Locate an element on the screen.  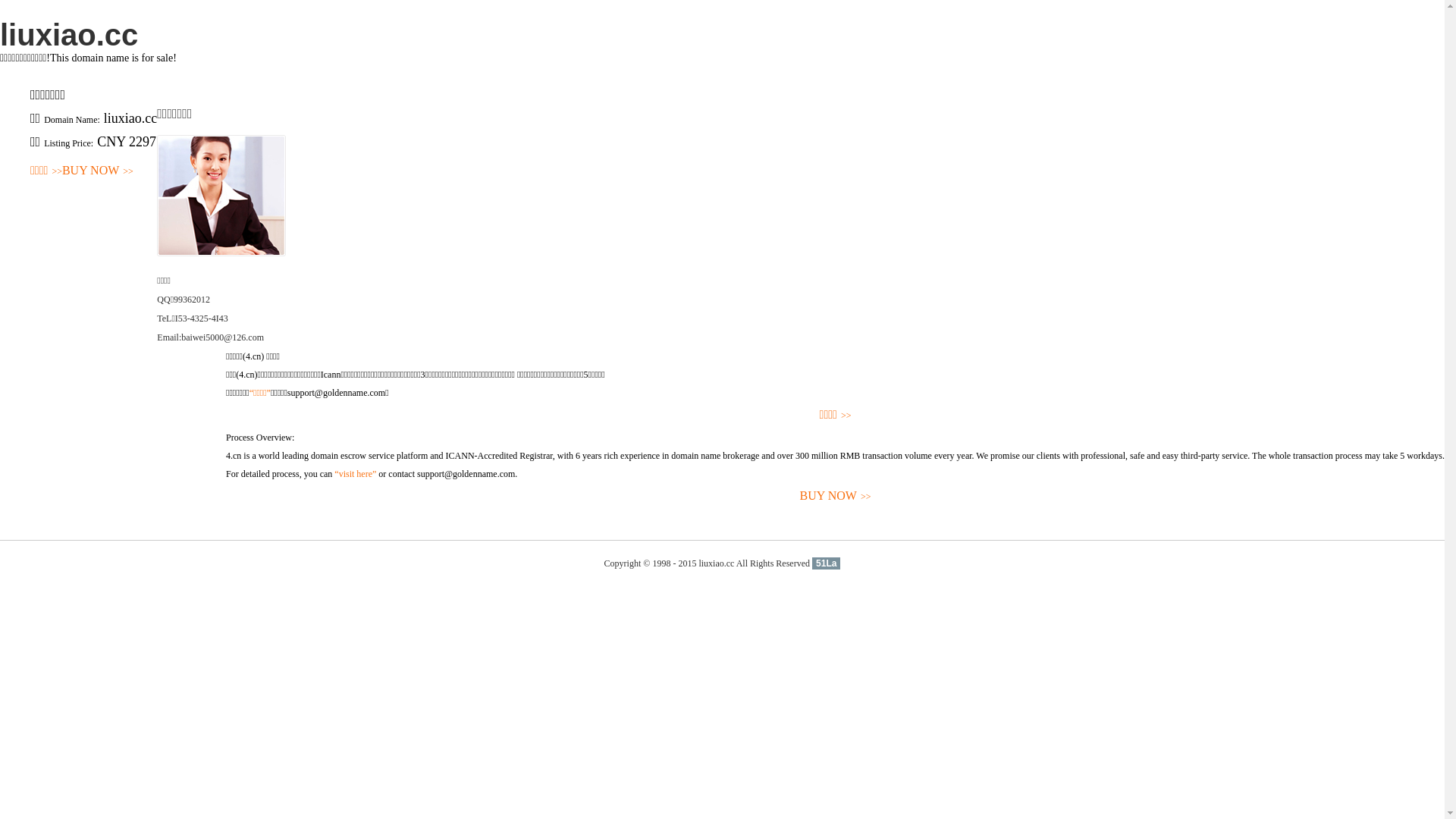
'51La' is located at coordinates (825, 563).